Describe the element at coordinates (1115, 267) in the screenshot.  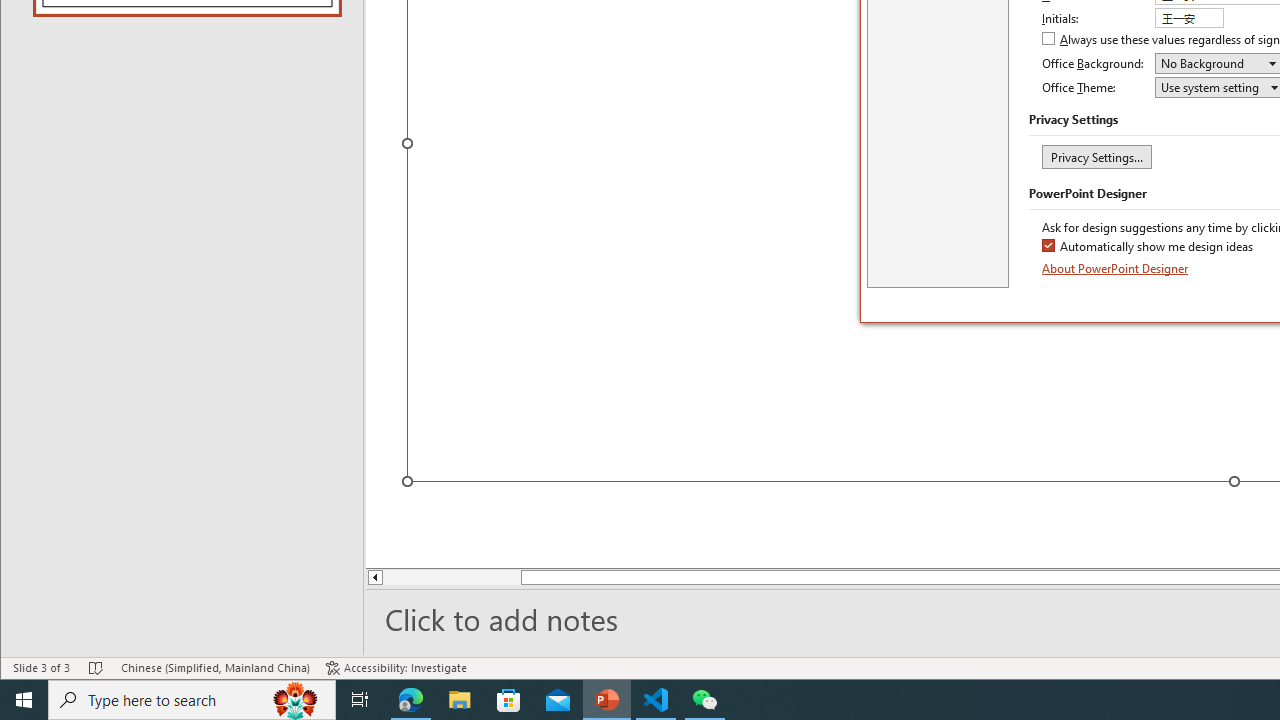
I see `'About PowerPoint Designer'` at that location.